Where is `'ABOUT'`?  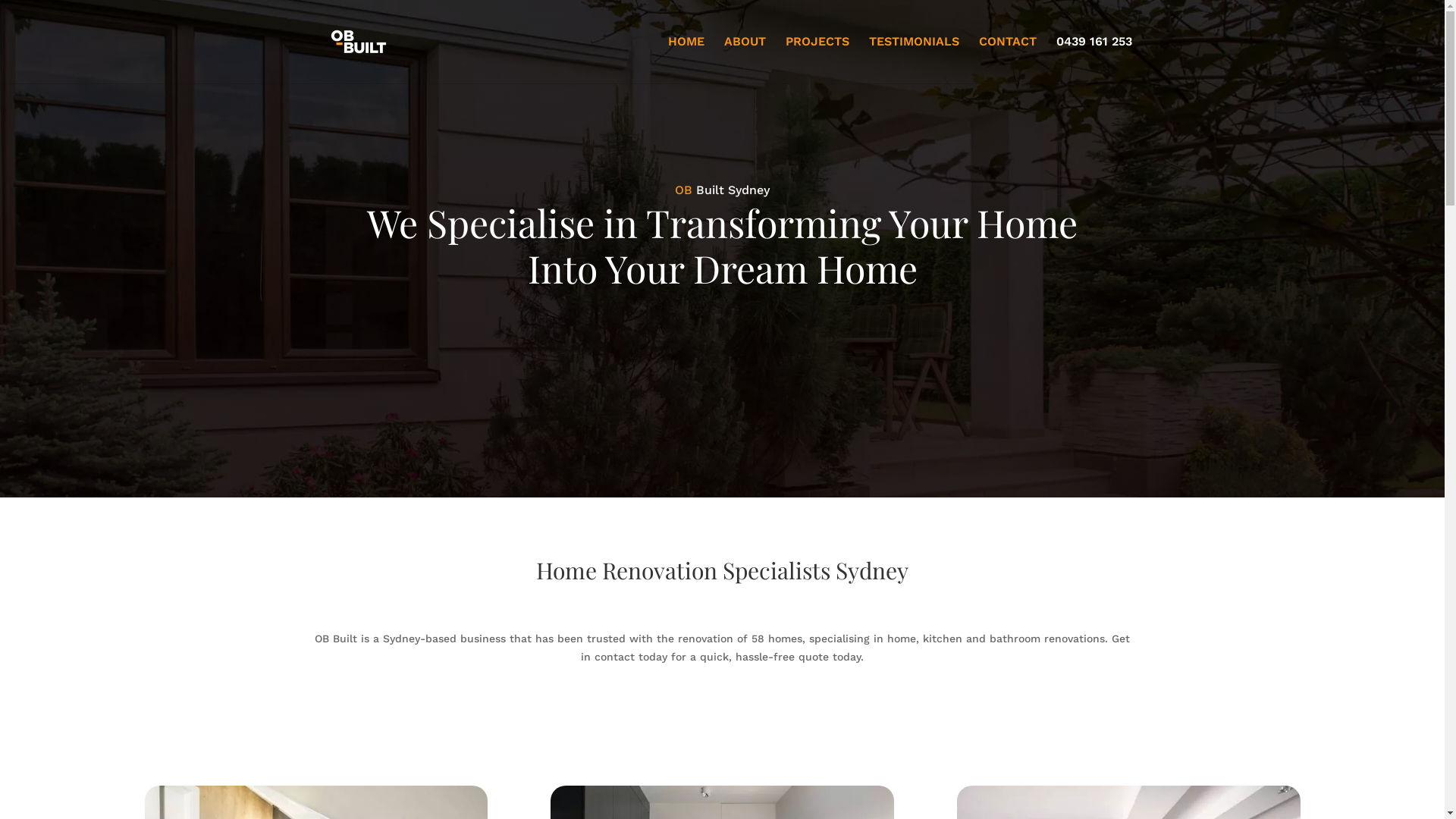
'ABOUT' is located at coordinates (744, 58).